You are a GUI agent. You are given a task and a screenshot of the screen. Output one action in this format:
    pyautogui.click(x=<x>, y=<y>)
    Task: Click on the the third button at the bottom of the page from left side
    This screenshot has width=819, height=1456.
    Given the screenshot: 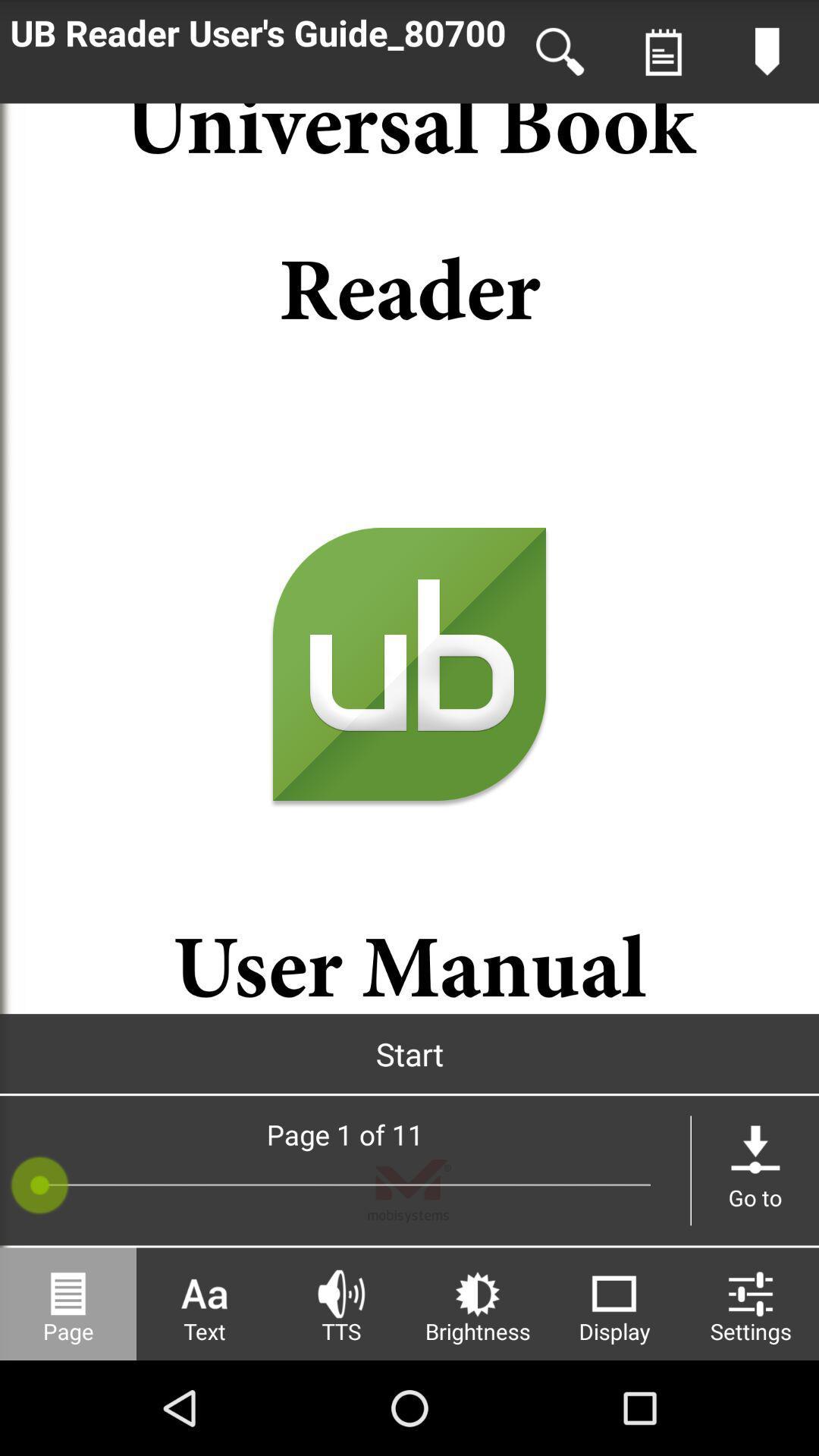 What is the action you would take?
    pyautogui.click(x=341, y=1303)
    